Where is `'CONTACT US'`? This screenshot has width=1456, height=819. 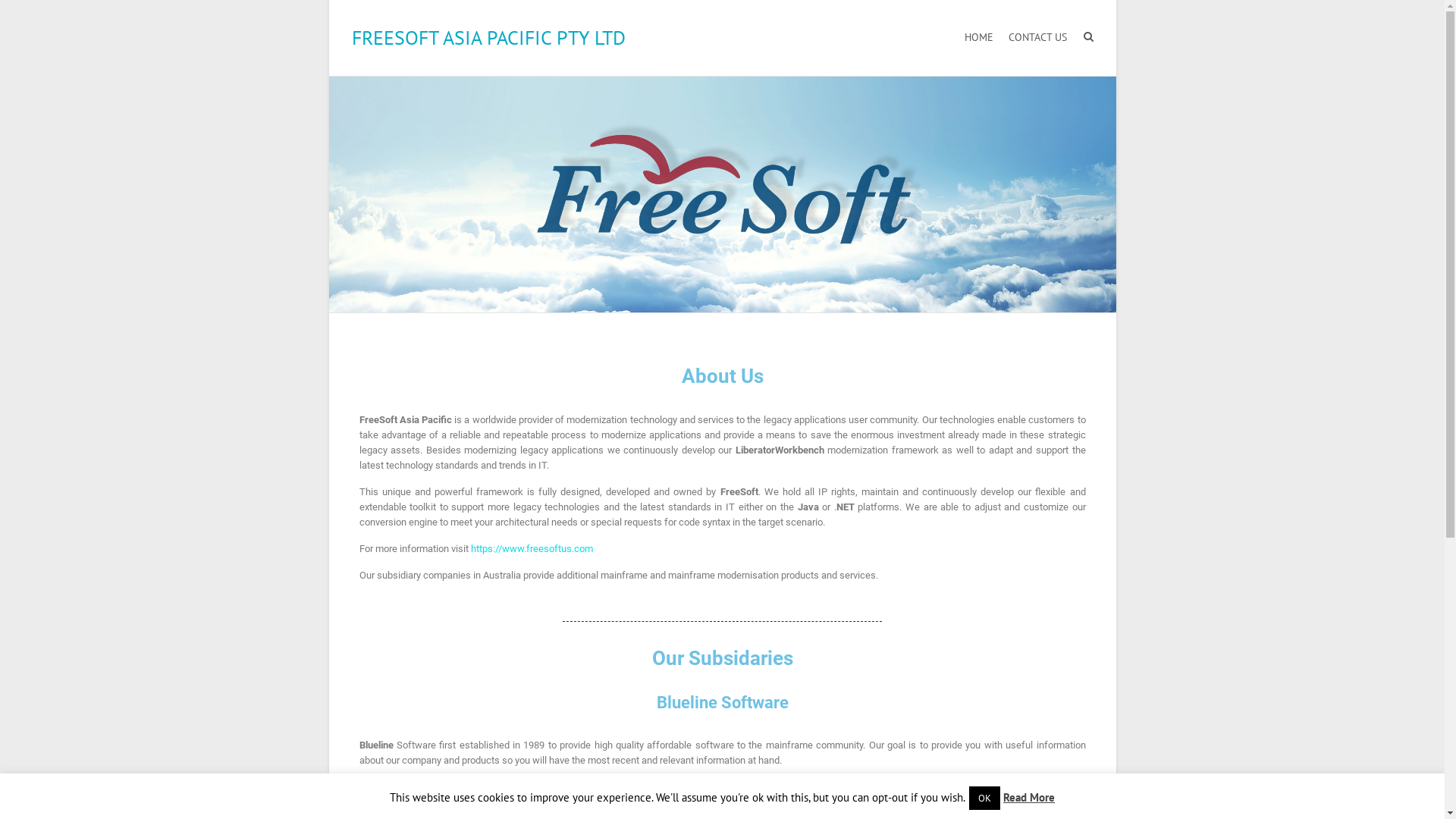
'CONTACT US' is located at coordinates (1037, 37).